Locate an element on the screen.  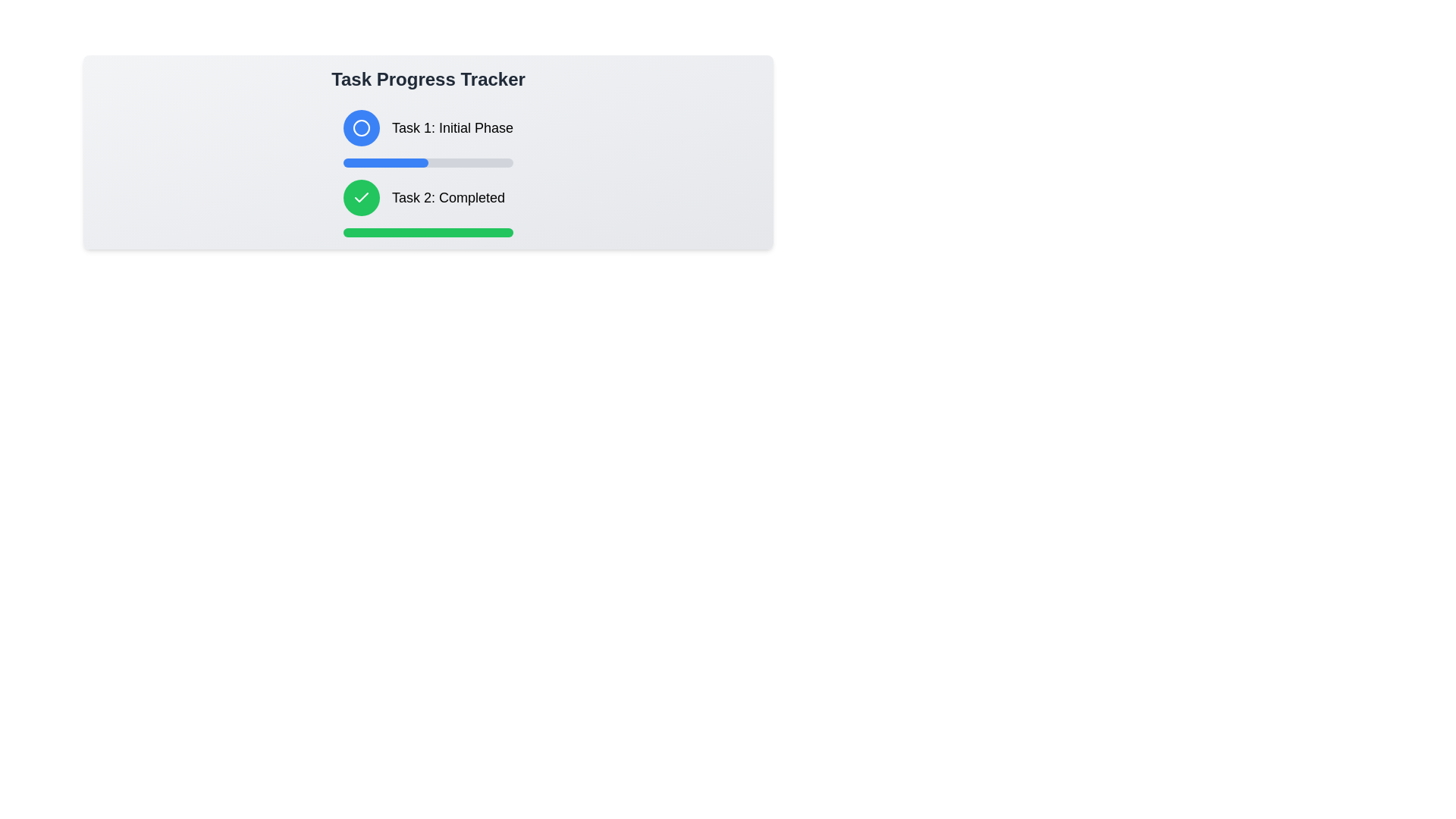
the first task item label in the task tracker interface, which is positioned below the title 'Task Progress Tracker' and above the progress bar is located at coordinates (428, 127).